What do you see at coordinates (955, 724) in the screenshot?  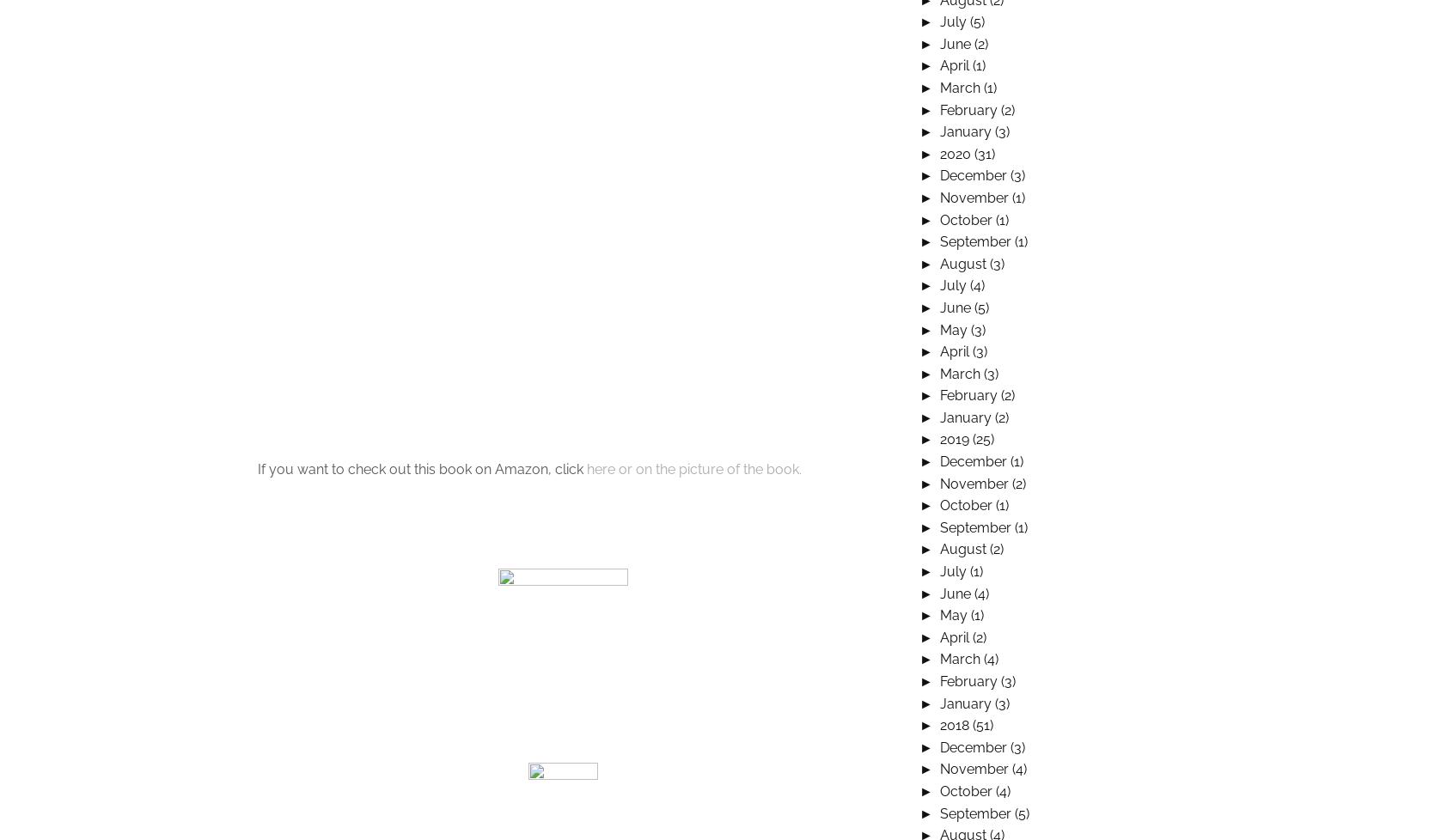 I see `'2018'` at bounding box center [955, 724].